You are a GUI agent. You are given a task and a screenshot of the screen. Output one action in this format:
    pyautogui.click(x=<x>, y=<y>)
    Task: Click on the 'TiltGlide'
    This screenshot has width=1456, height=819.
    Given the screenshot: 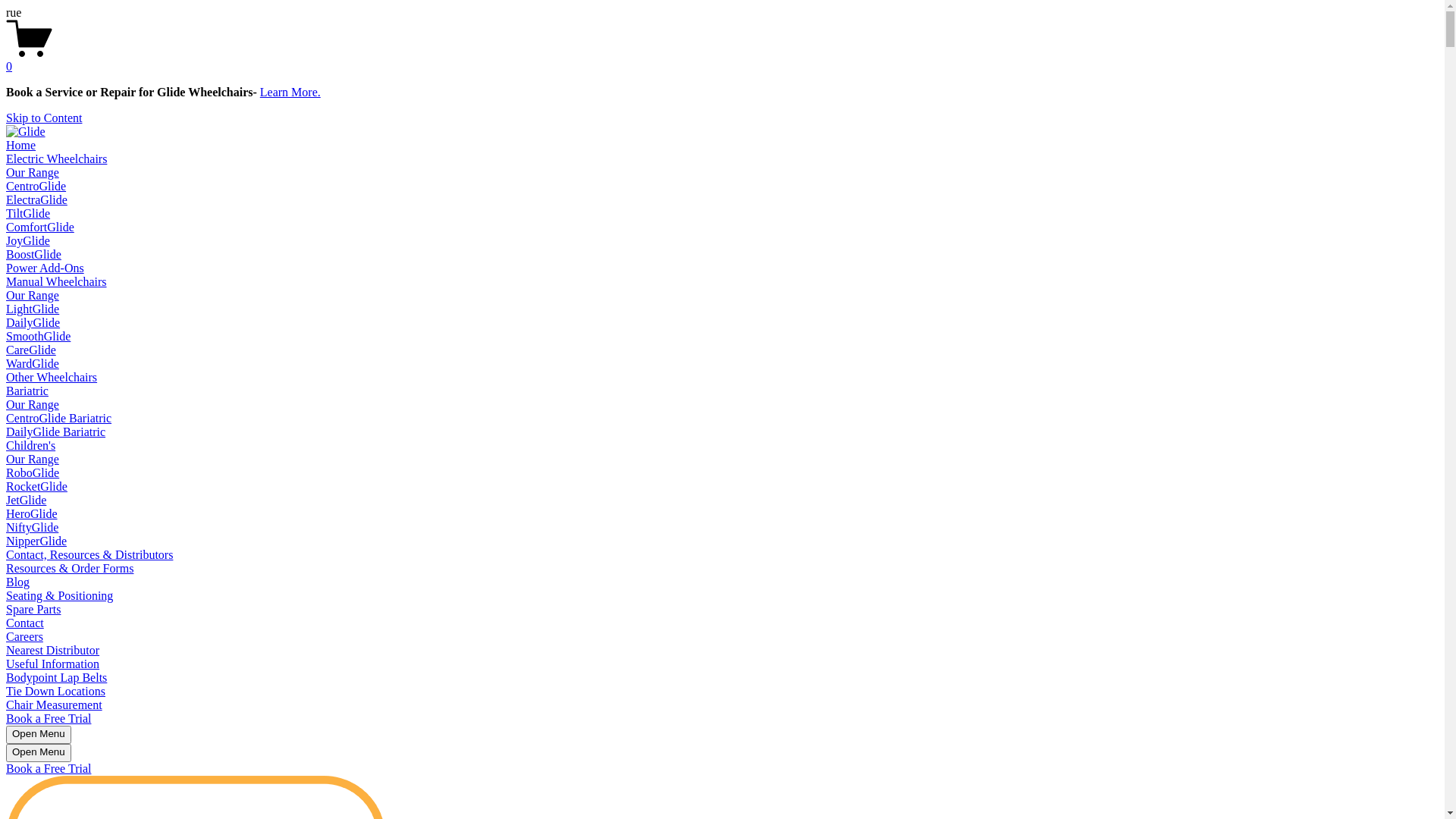 What is the action you would take?
    pyautogui.click(x=28, y=213)
    